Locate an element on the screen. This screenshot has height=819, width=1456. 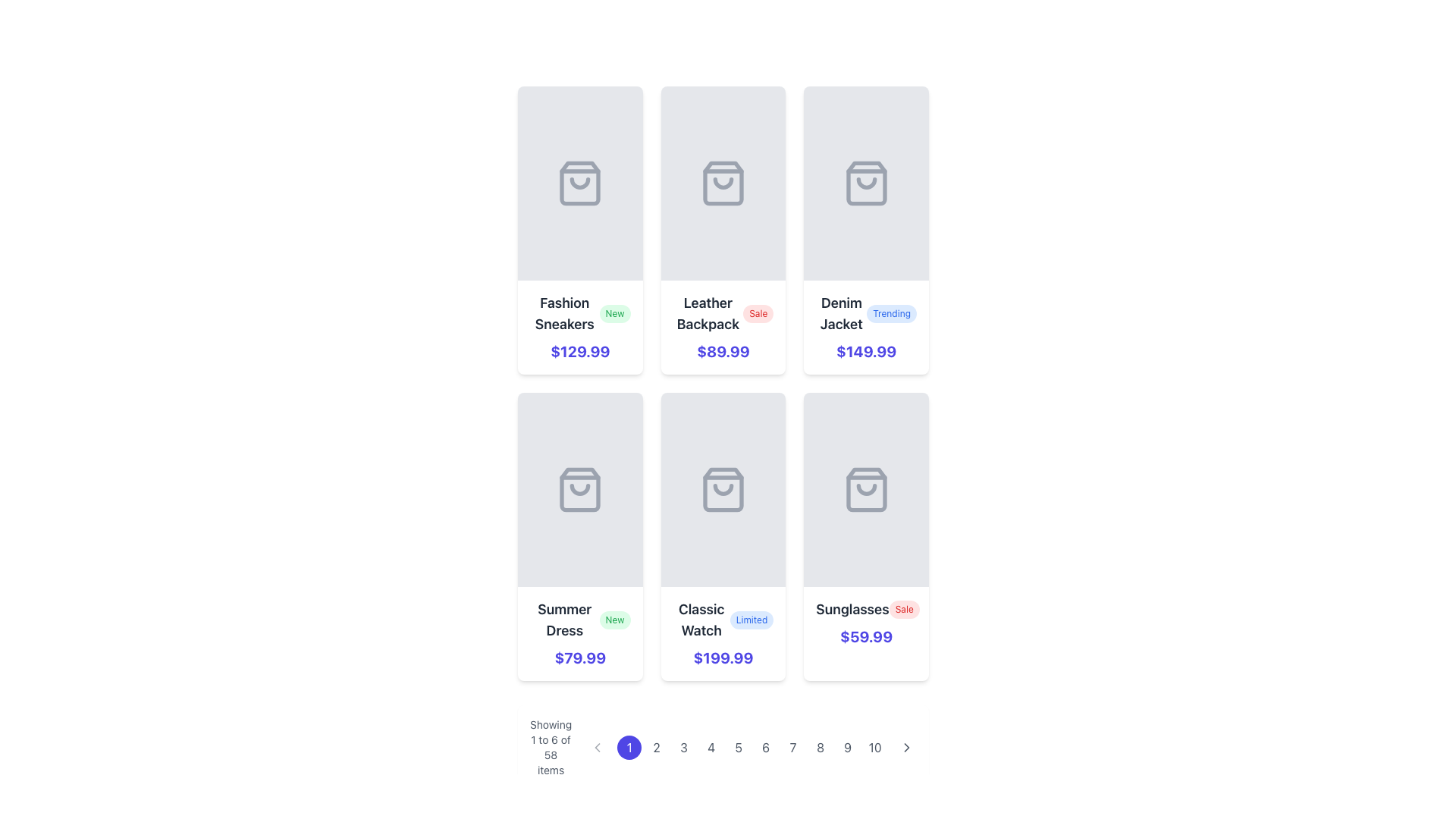
the circular button labeled '8' with gray text on a white background, located in the pagination section below the product cards is located at coordinates (820, 747).